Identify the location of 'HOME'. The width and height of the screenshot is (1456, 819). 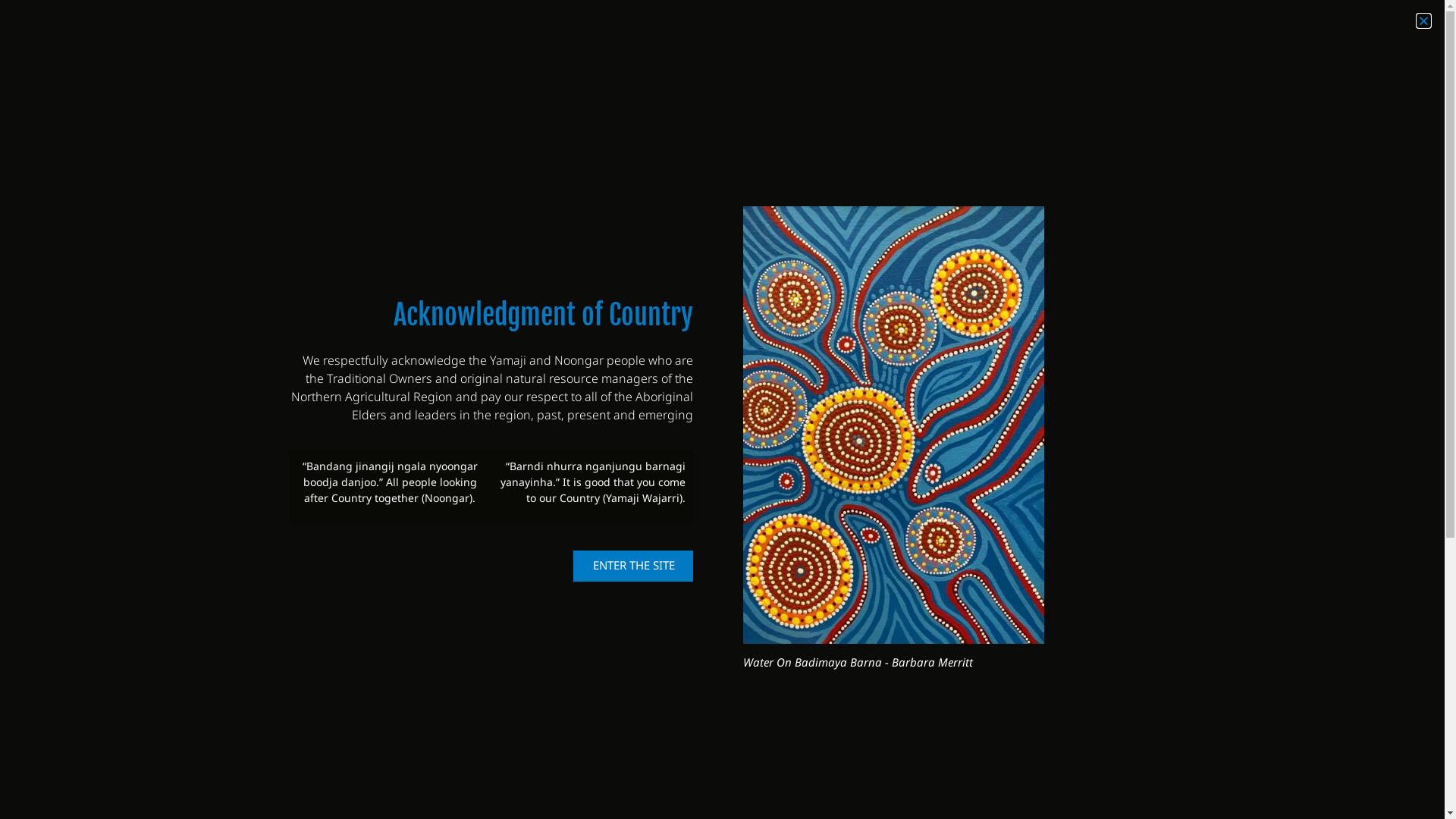
(644, 78).